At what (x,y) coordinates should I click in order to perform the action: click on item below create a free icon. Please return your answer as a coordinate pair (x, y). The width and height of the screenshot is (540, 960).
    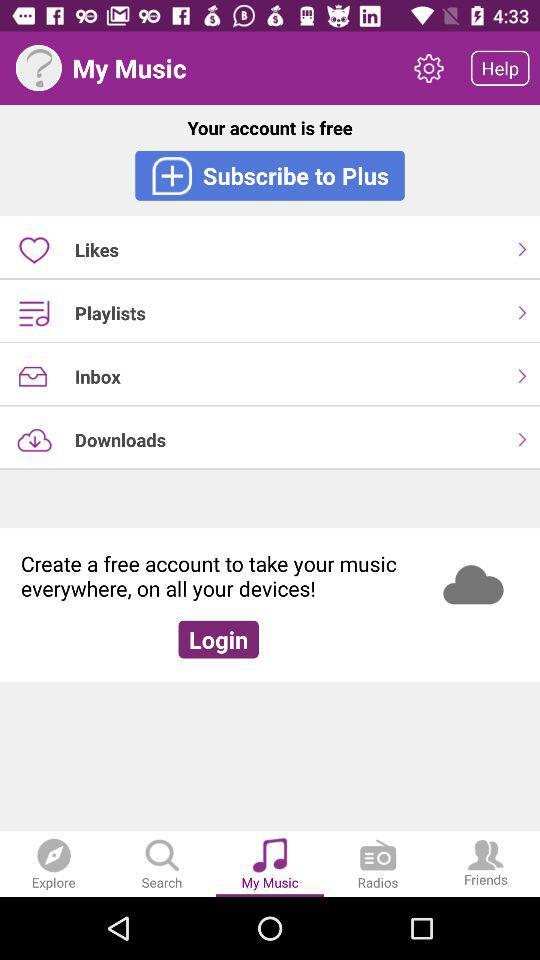
    Looking at the image, I should click on (217, 638).